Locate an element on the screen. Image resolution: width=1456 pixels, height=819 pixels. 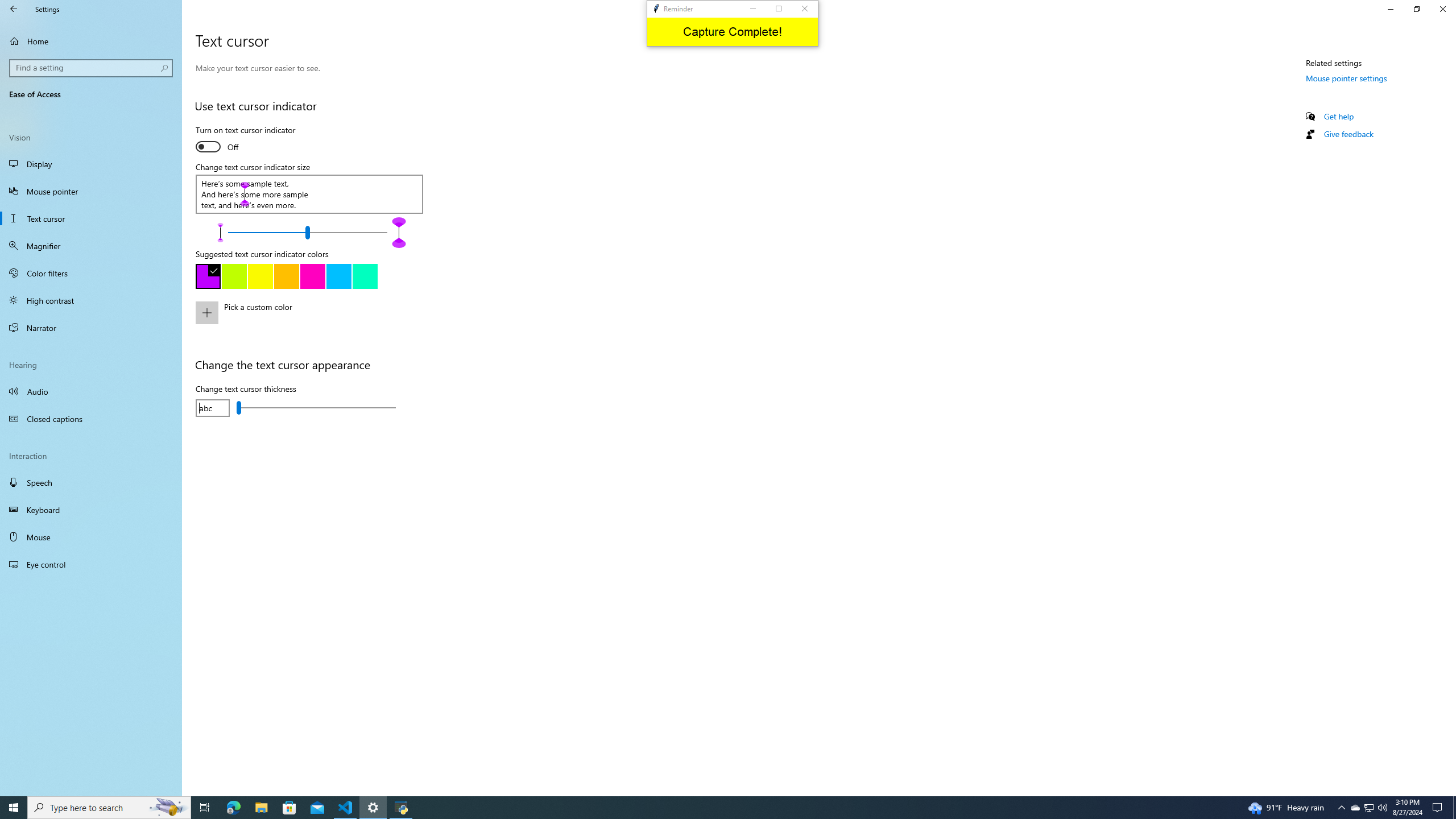
'Microsoft Edge' is located at coordinates (289, 806).